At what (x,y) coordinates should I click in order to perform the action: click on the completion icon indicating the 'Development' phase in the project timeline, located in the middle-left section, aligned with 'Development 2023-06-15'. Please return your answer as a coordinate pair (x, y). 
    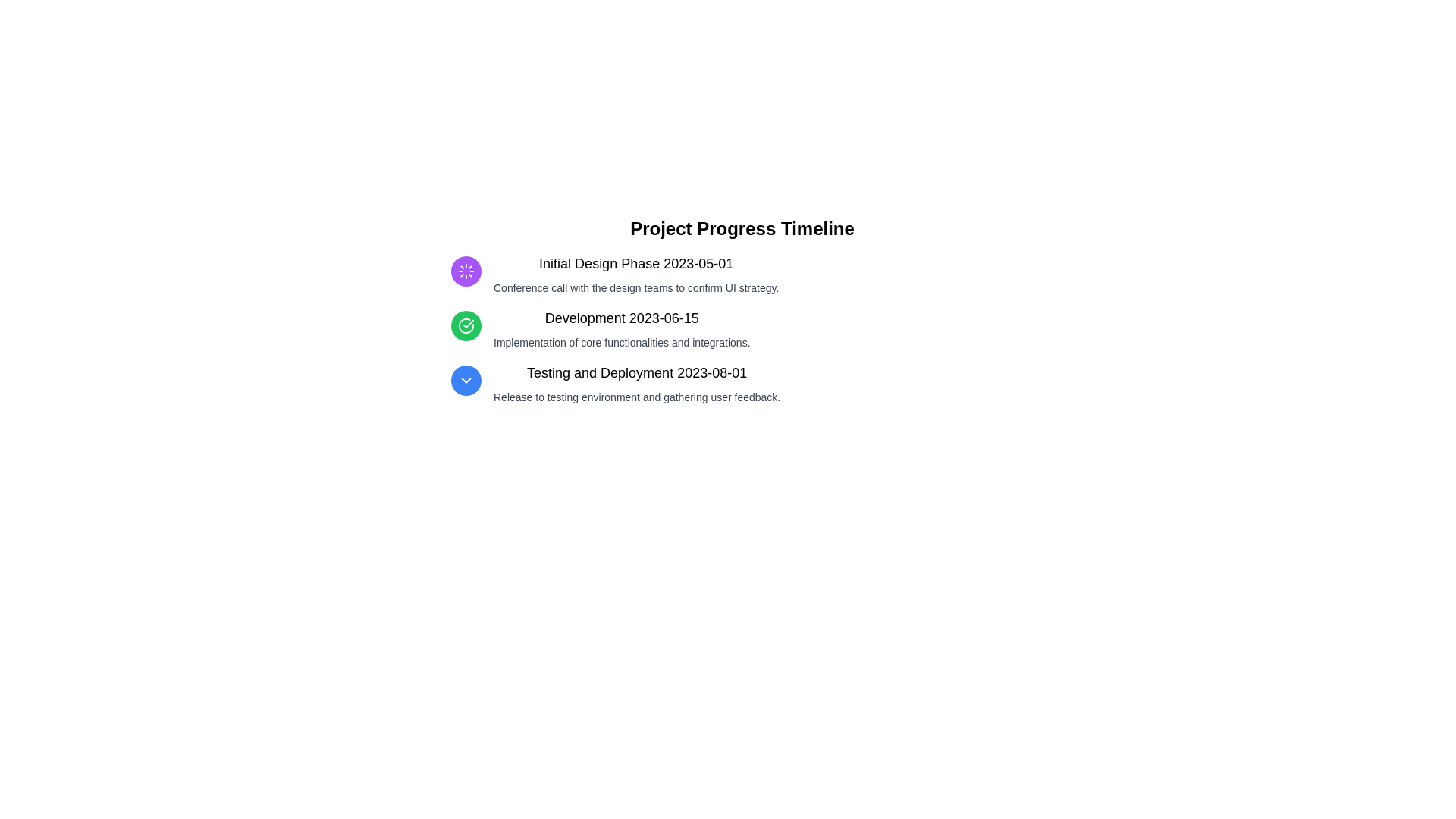
    Looking at the image, I should click on (465, 325).